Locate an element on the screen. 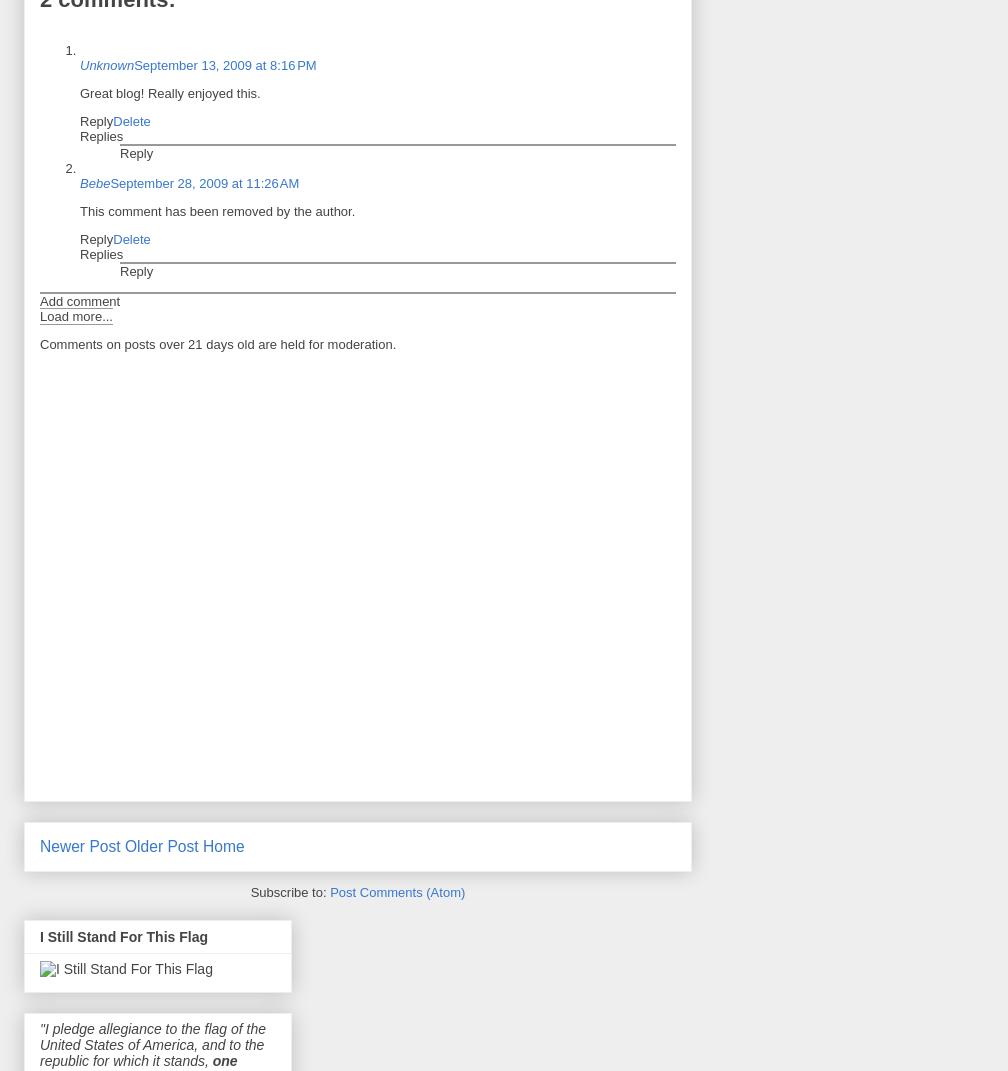 The height and width of the screenshot is (1071, 1008). '"I pledge allegiance to the flag of the United States of America, and to the republic for which it stands,' is located at coordinates (40, 1044).